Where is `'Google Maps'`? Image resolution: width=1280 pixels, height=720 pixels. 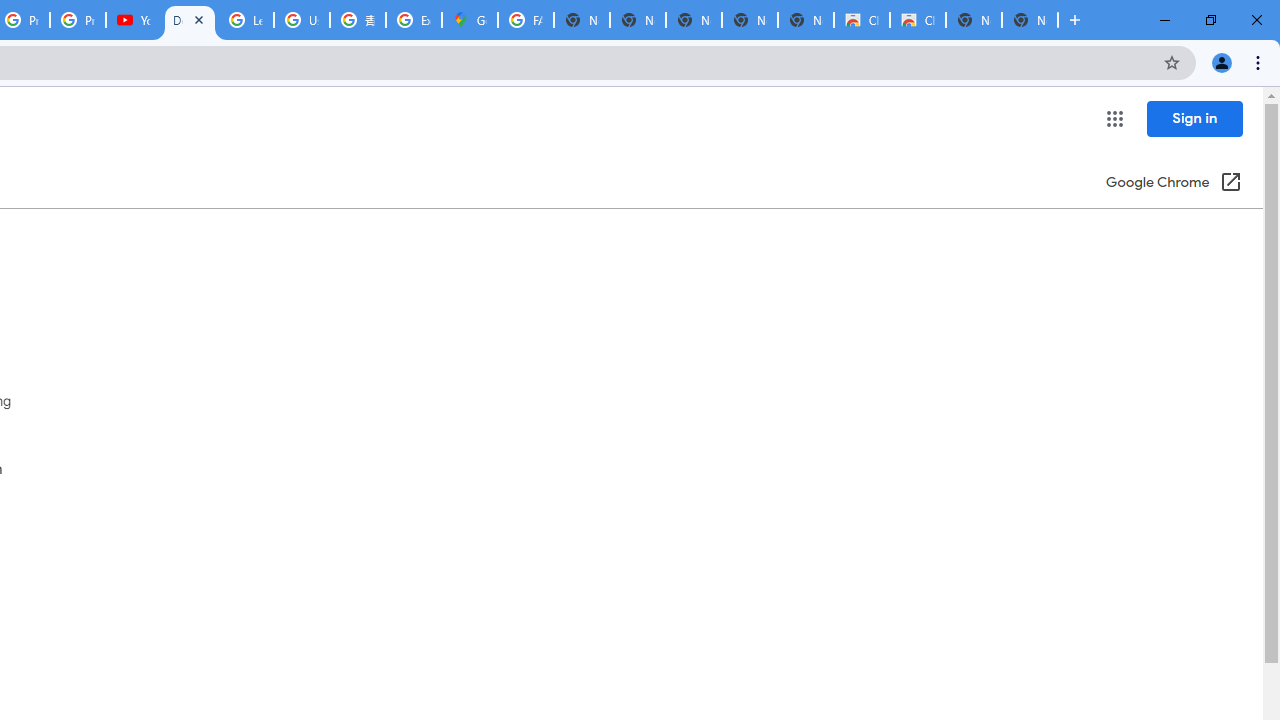 'Google Maps' is located at coordinates (468, 20).